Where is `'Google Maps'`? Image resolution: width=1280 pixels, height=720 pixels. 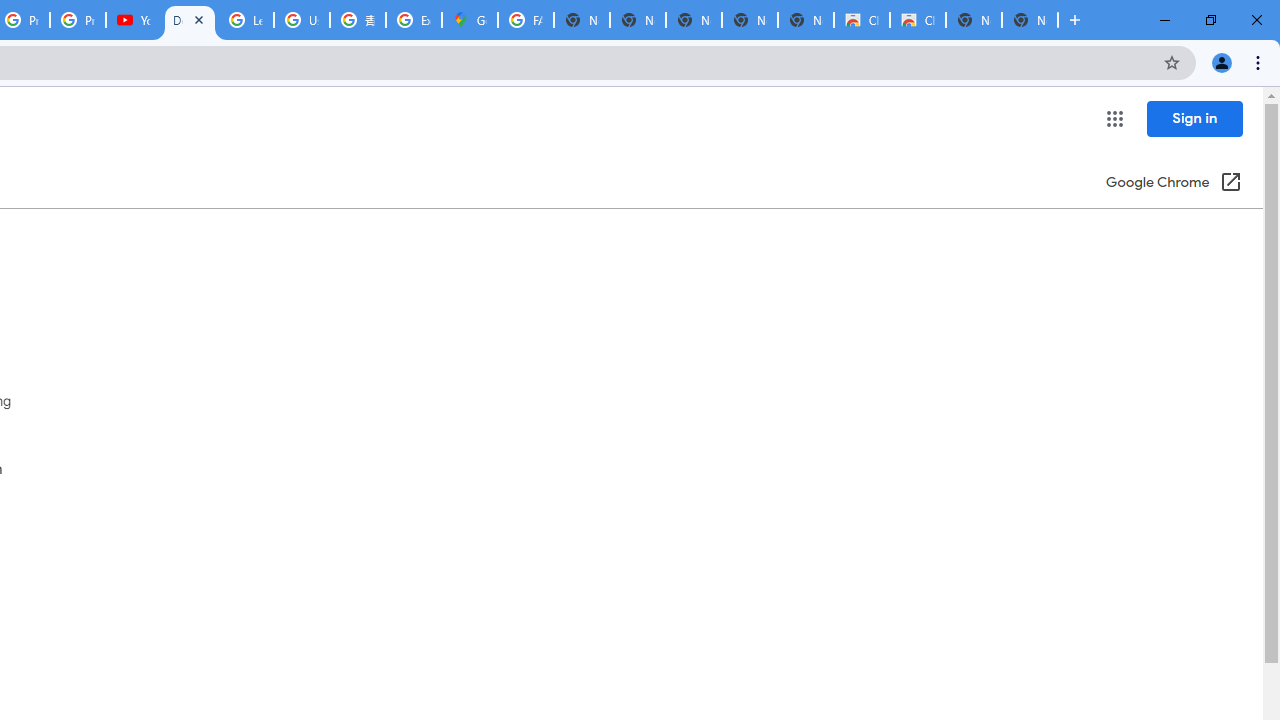 'Google Maps' is located at coordinates (468, 20).